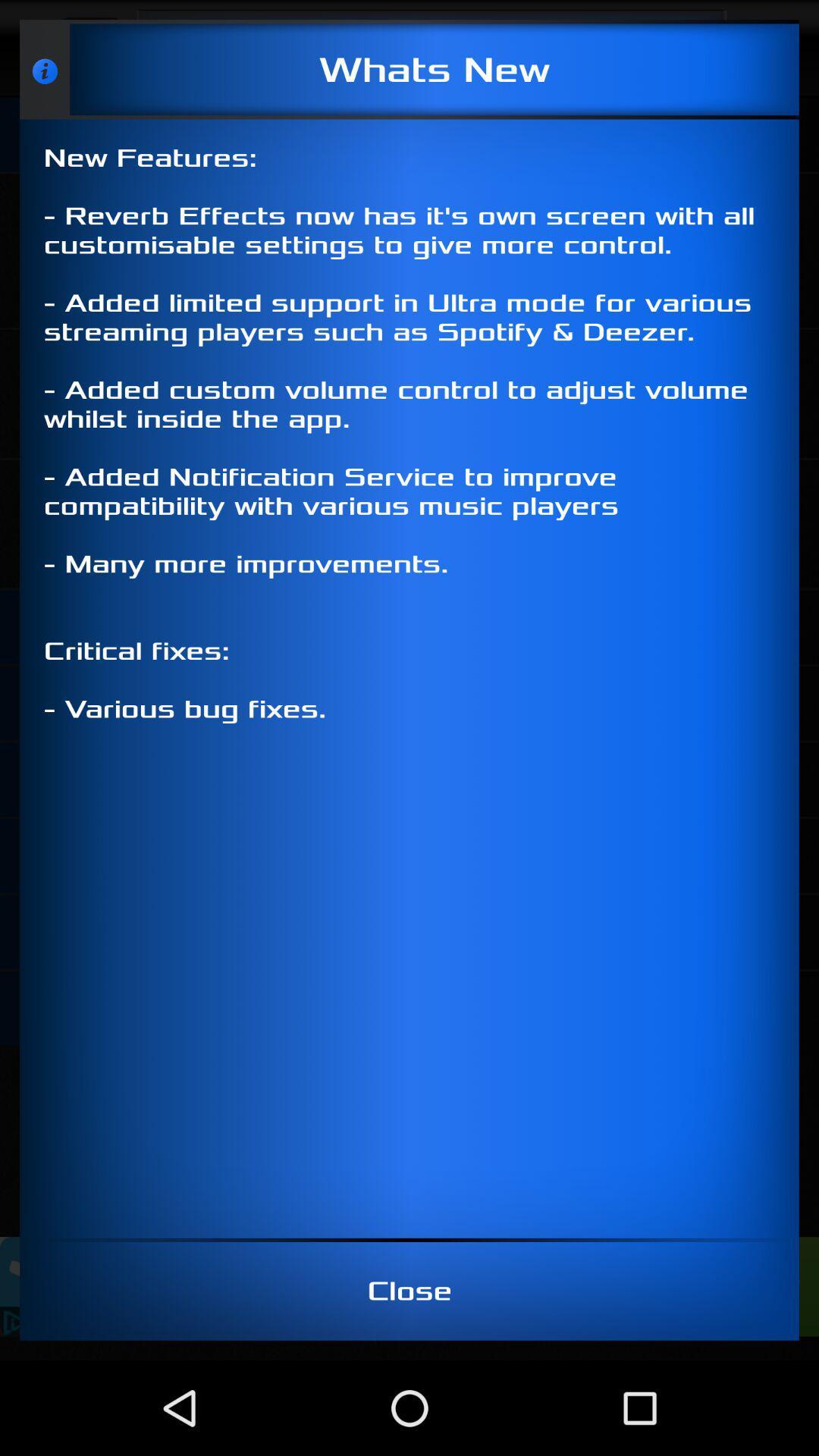 The height and width of the screenshot is (1456, 819). I want to click on icon below the whats new item, so click(409, 678).